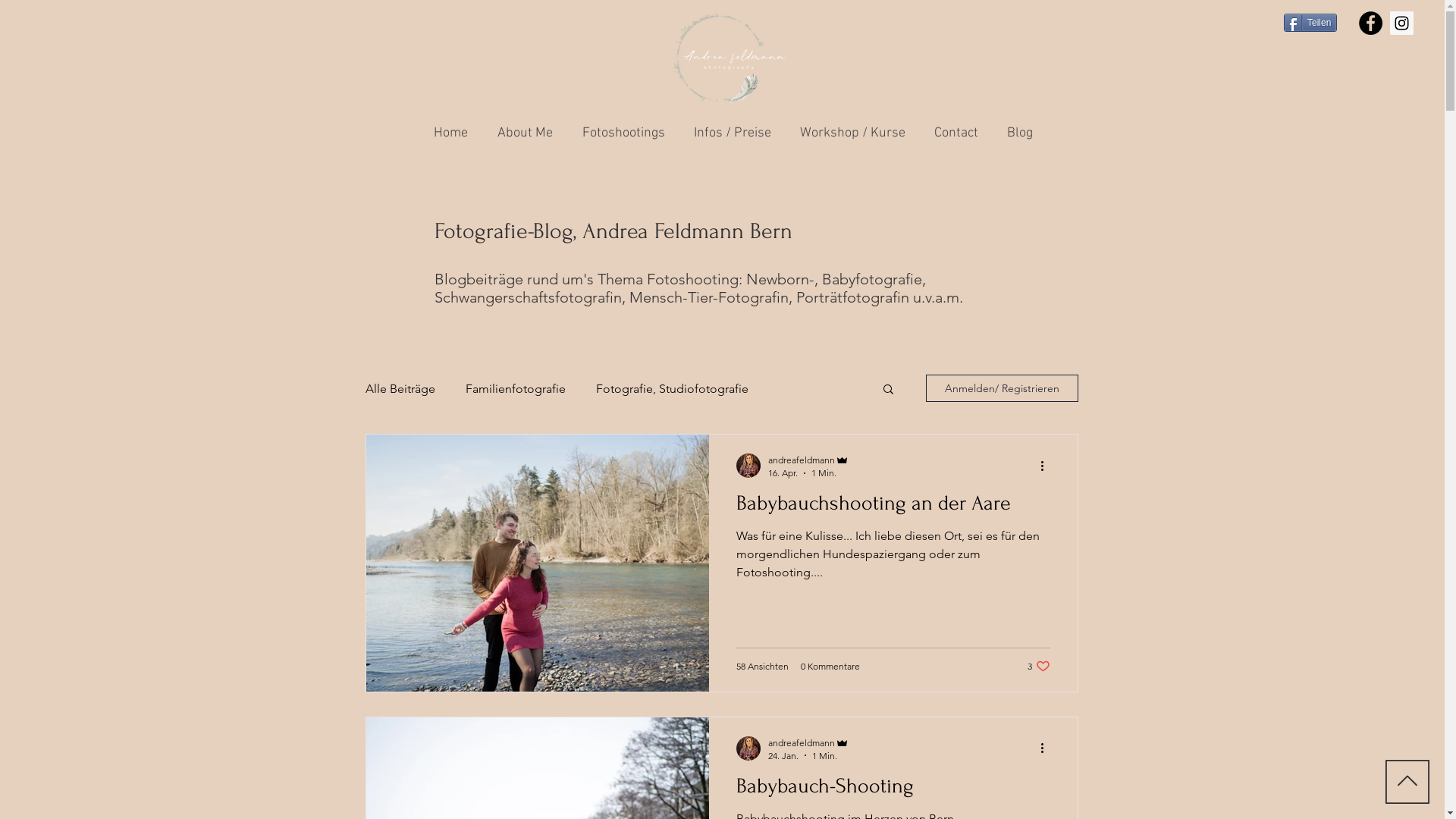 The height and width of the screenshot is (819, 1456). I want to click on 'Babybauchshooting an der Aare', so click(892, 507).